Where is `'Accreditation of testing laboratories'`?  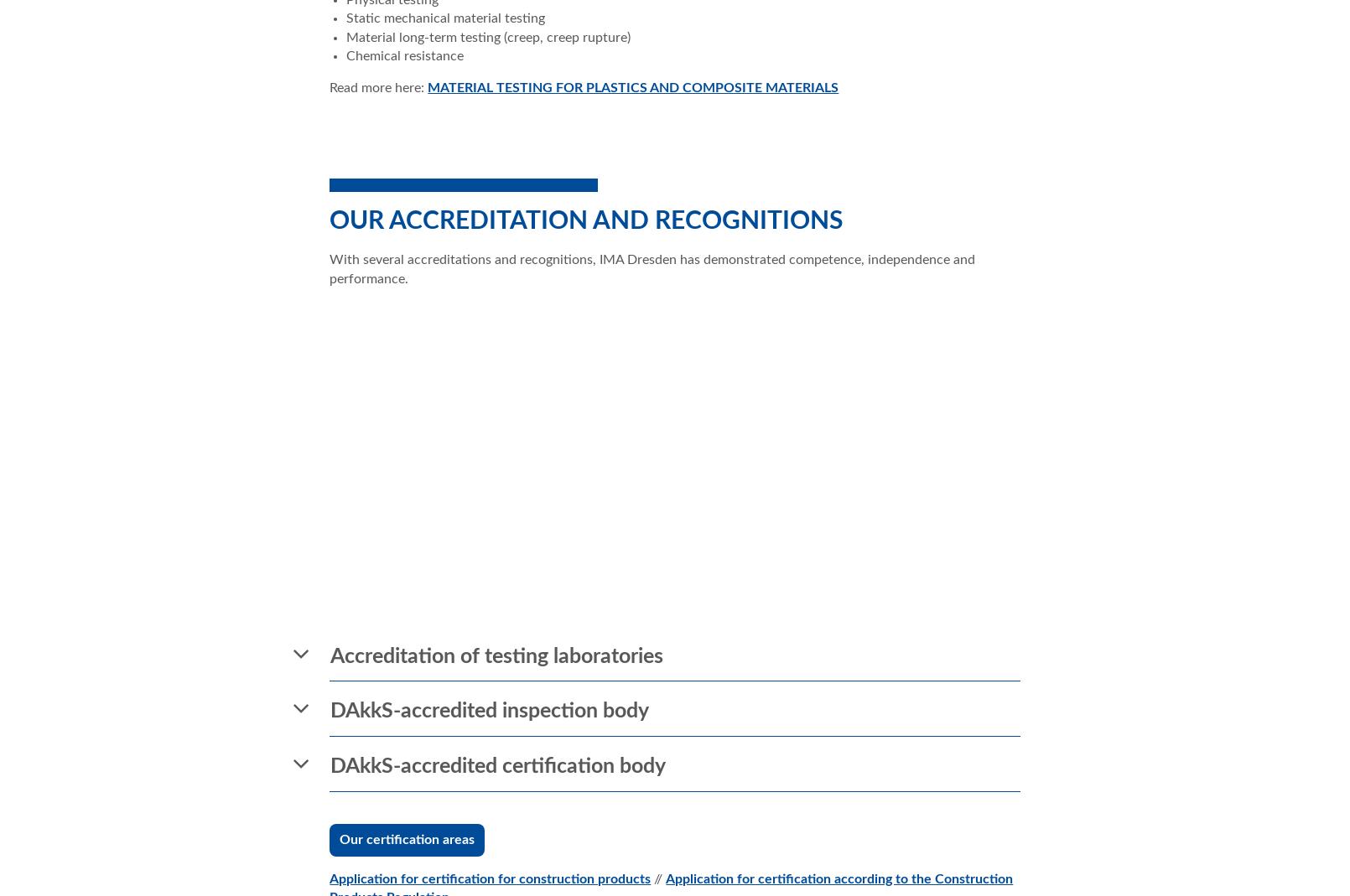 'Accreditation of testing laboratories' is located at coordinates (496, 655).